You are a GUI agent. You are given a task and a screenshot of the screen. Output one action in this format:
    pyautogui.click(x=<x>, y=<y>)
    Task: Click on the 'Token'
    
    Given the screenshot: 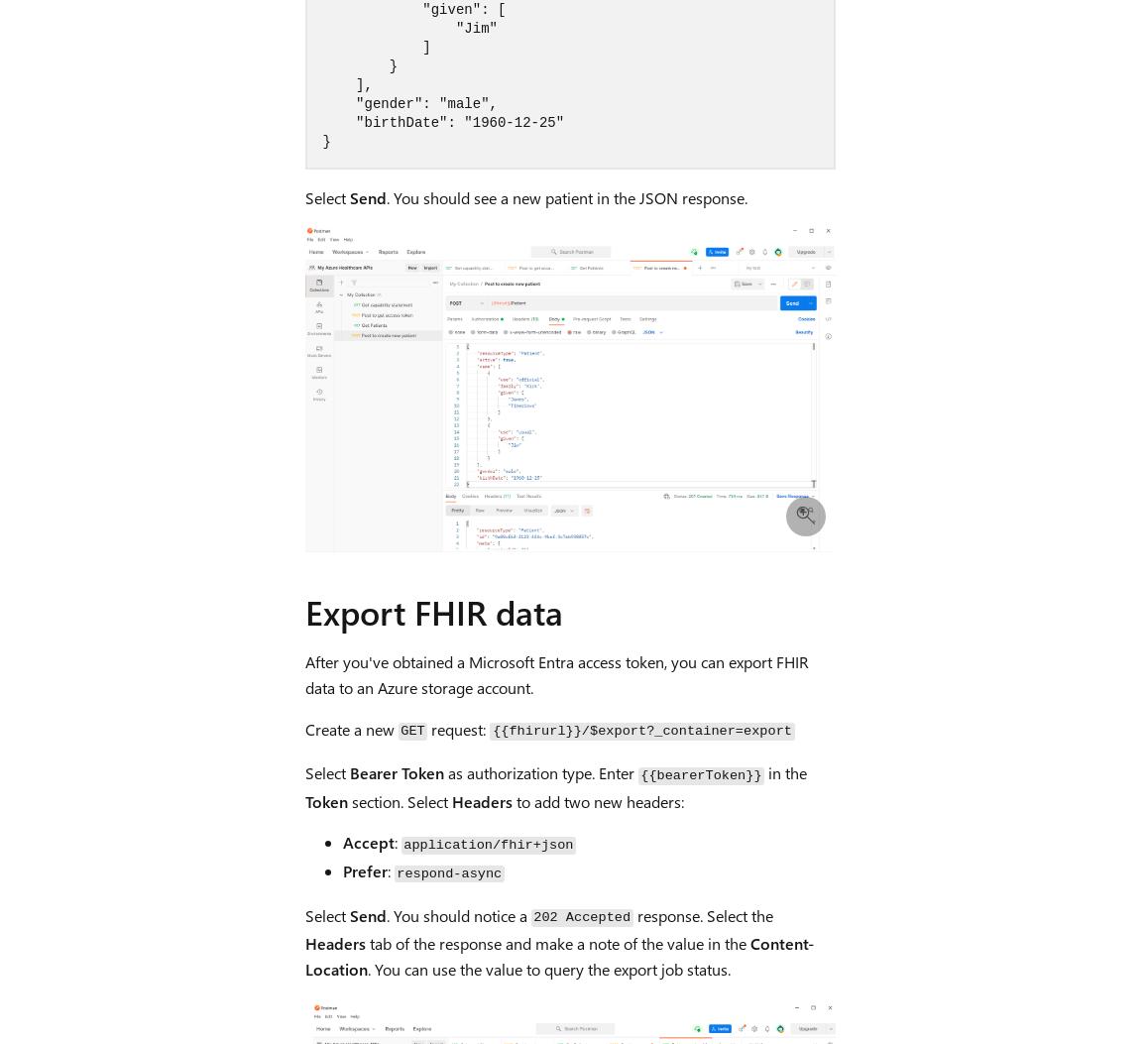 What is the action you would take?
    pyautogui.click(x=325, y=800)
    